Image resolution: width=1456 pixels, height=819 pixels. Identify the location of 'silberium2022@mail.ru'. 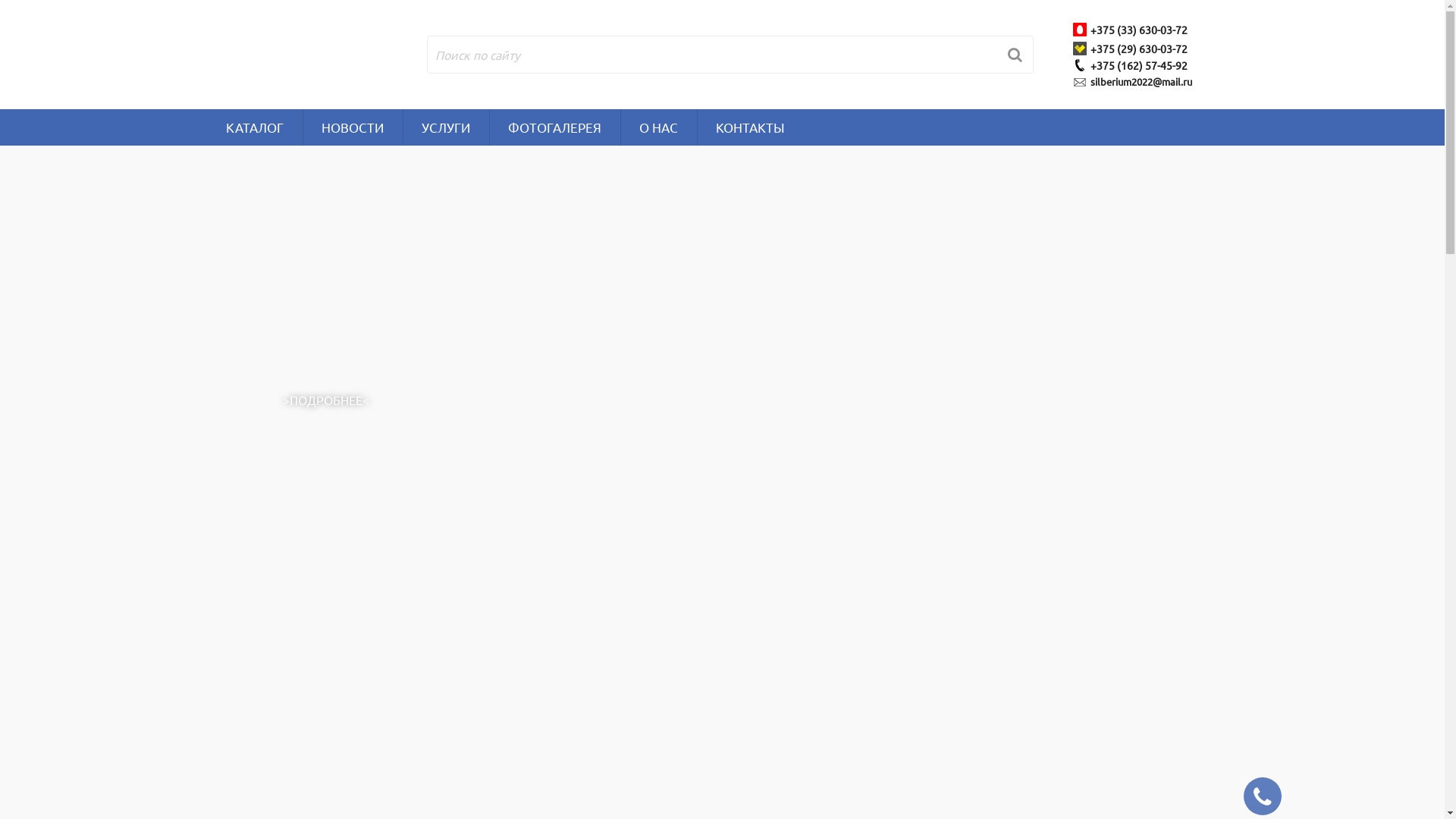
(1143, 81).